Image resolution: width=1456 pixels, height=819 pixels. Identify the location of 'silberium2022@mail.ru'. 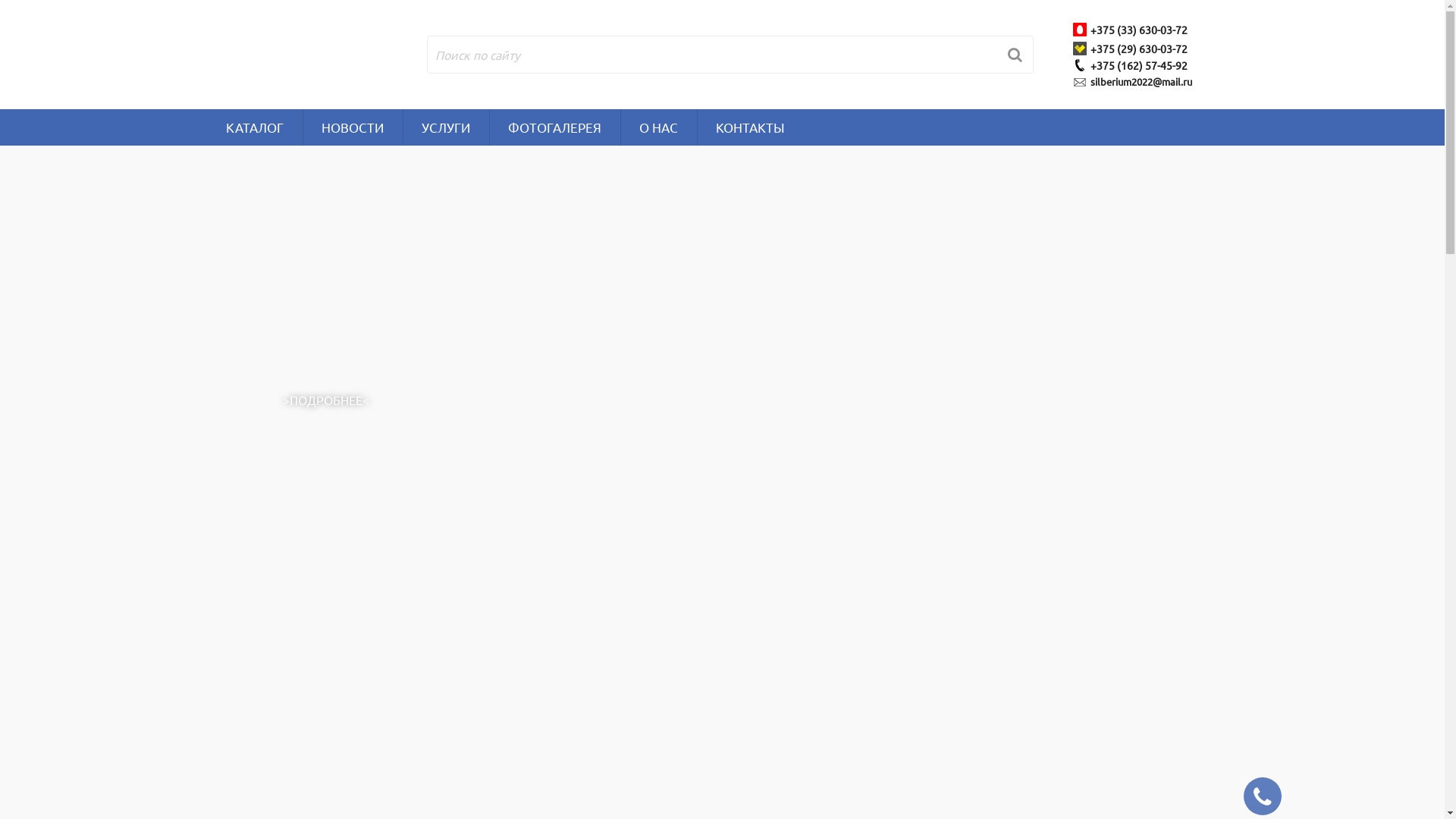
(1143, 81).